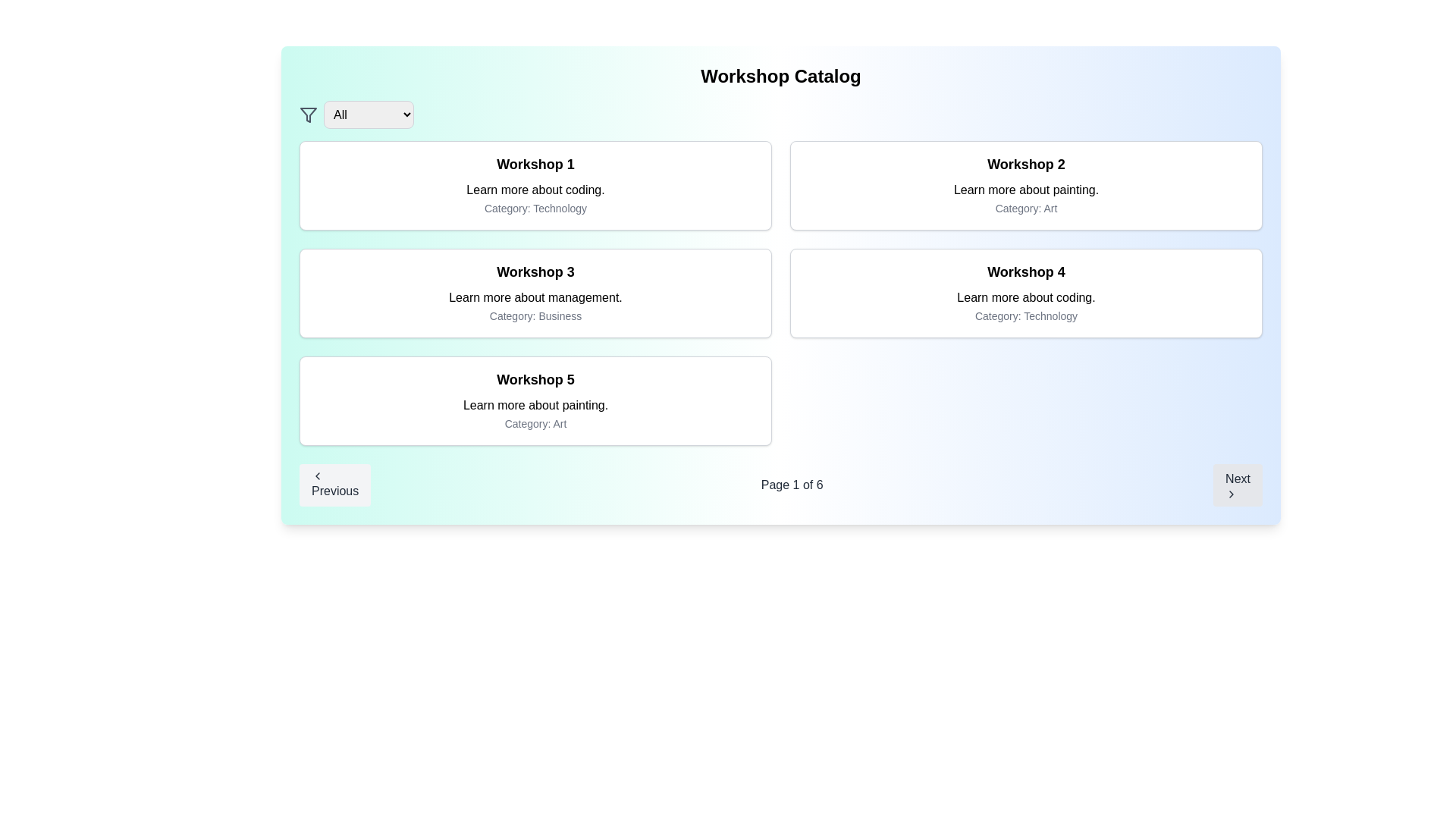  I want to click on the filter funnel icon located near the top-left corner of the interface, adjacent to the 'All' dropdown, as a visual indicator, so click(308, 114).